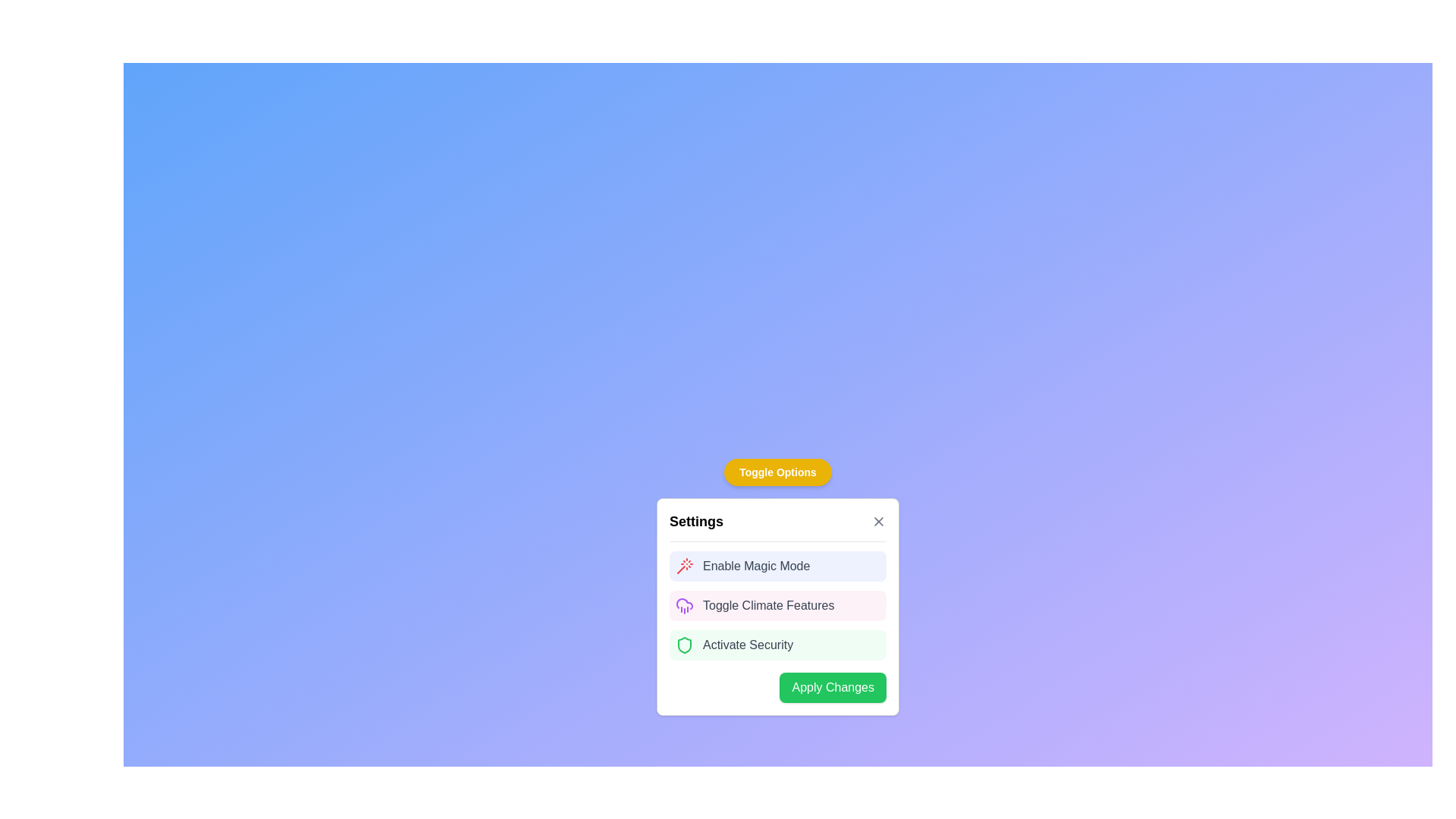  What do you see at coordinates (683, 645) in the screenshot?
I see `the green shield icon located in the third row of the settings options list in the 'Settings' modal panel, which is positioned to the left of the 'Activate Security' text` at bounding box center [683, 645].